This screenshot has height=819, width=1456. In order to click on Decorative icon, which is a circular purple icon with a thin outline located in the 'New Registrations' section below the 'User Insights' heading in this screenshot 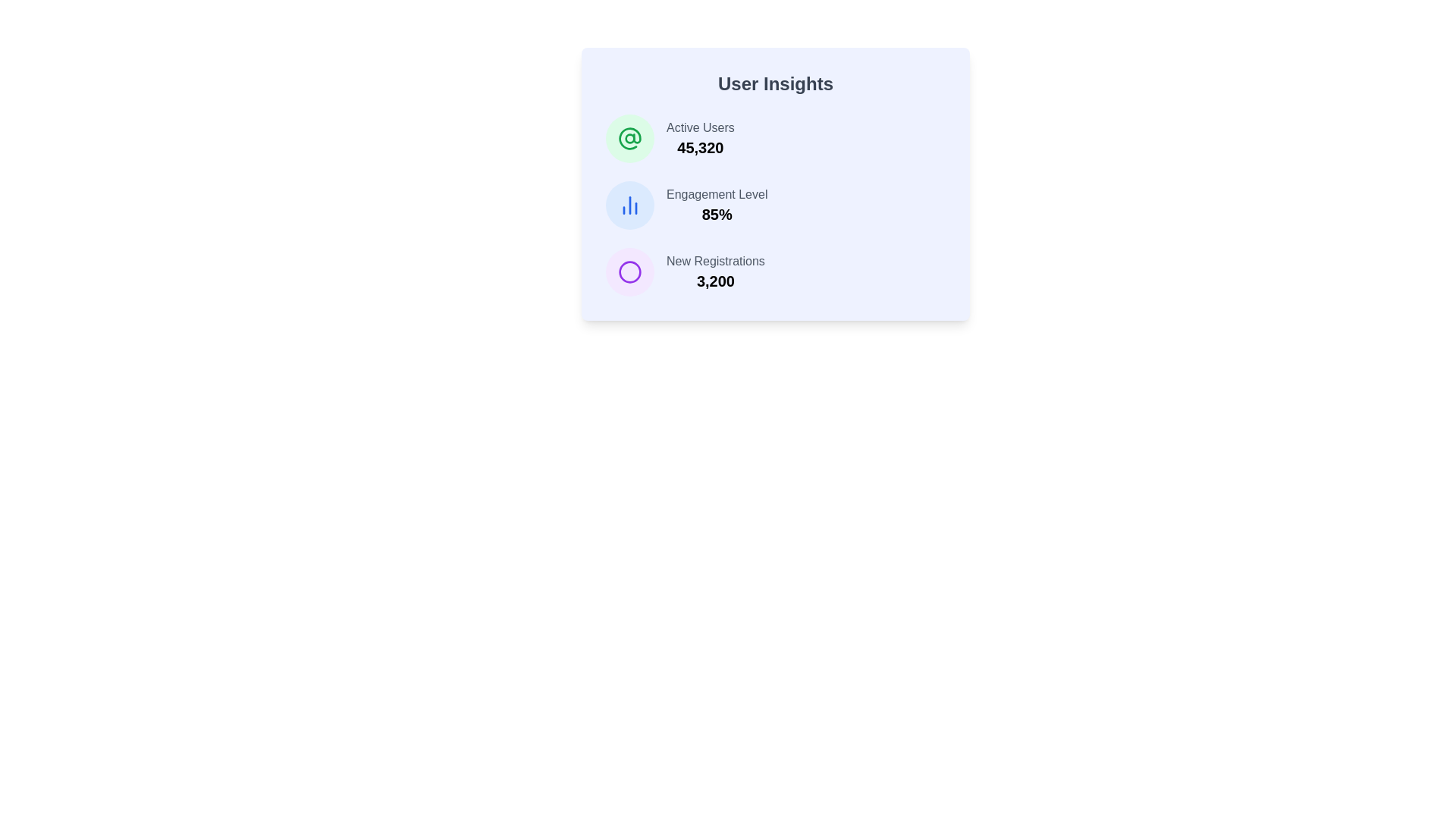, I will do `click(629, 271)`.